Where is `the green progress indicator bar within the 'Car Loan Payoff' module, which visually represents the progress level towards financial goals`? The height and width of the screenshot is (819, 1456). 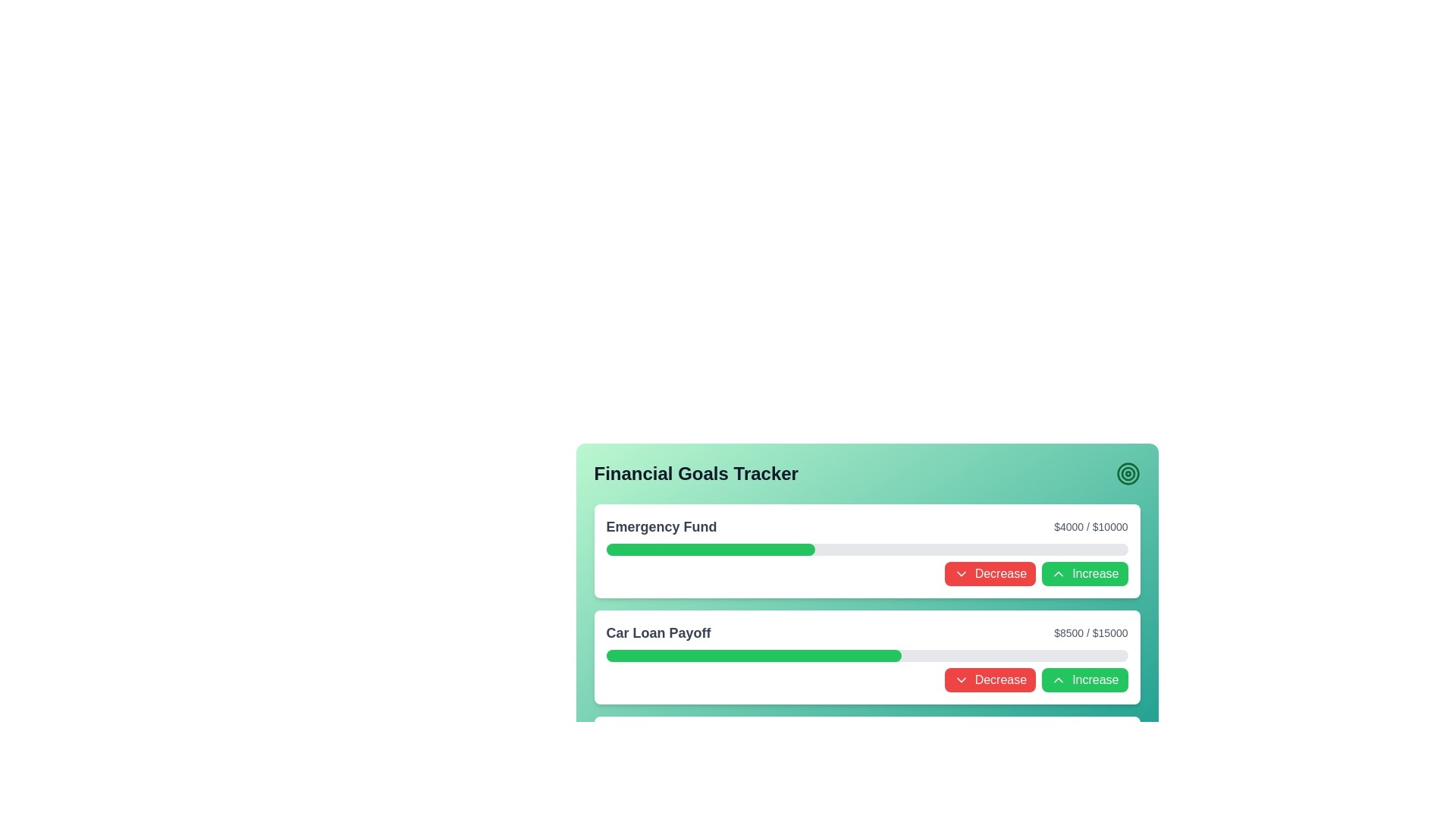
the green progress indicator bar within the 'Car Loan Payoff' module, which visually represents the progress level towards financial goals is located at coordinates (754, 654).